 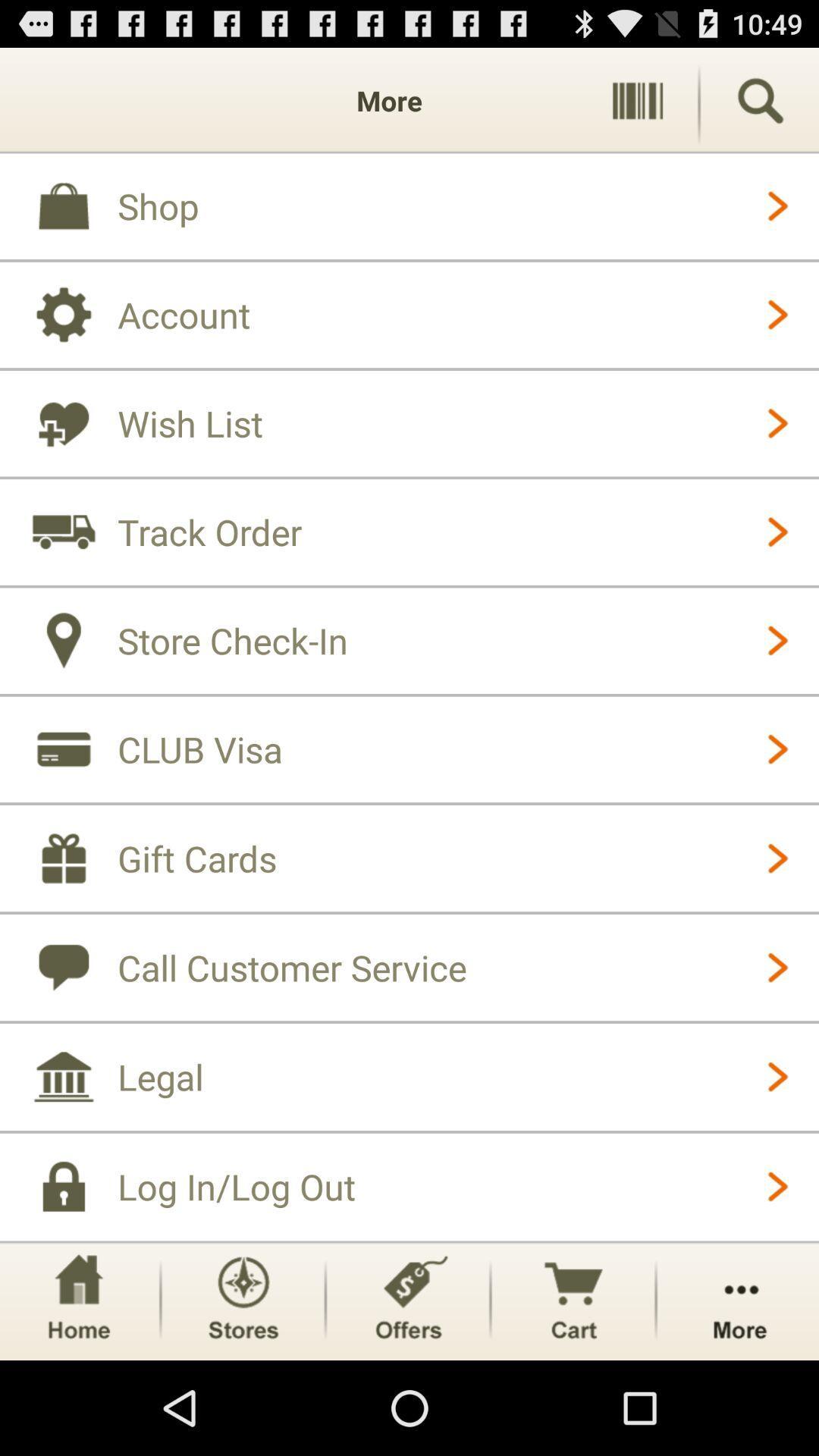 What do you see at coordinates (573, 1392) in the screenshot?
I see `the cart icon` at bounding box center [573, 1392].